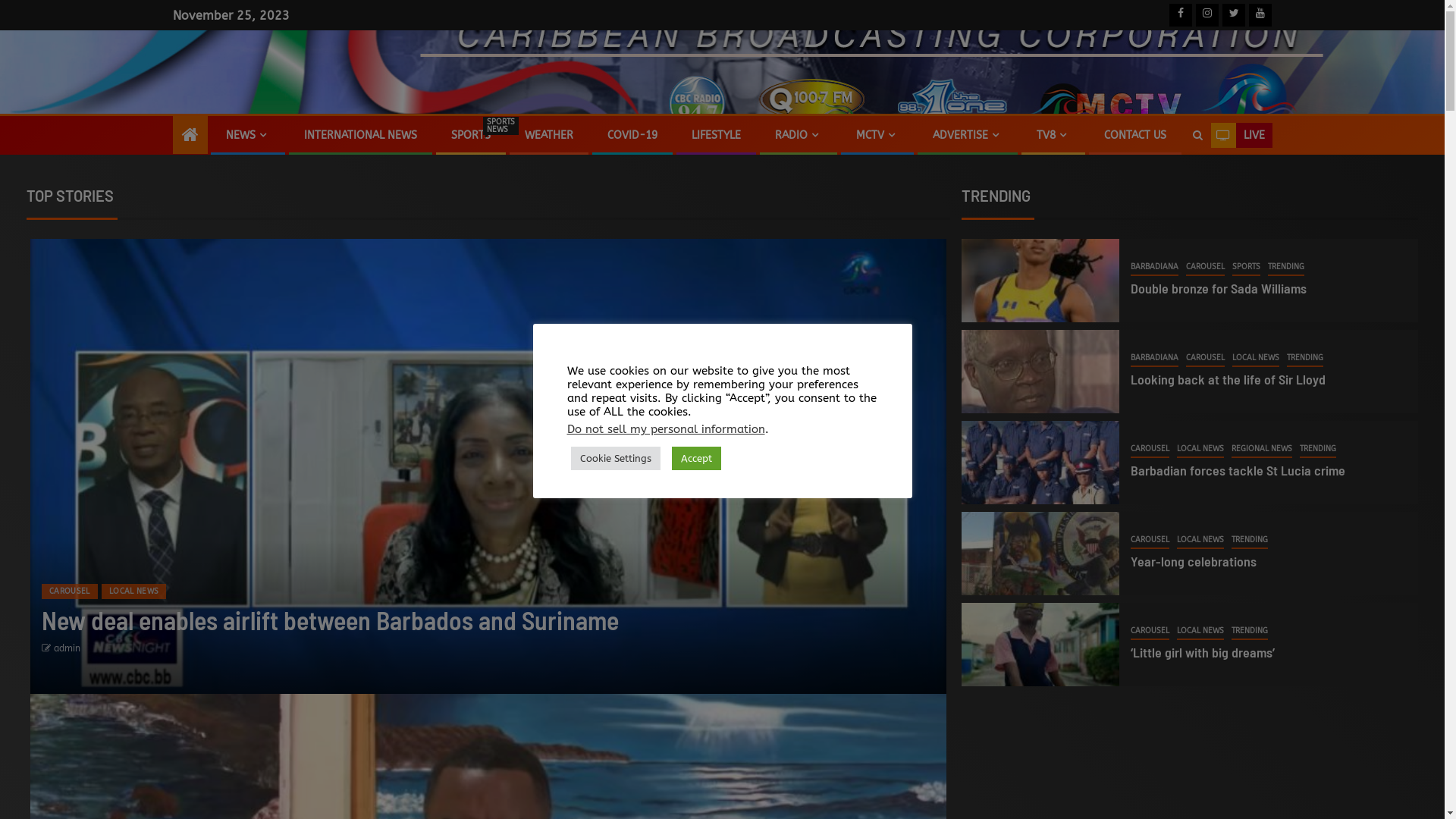  What do you see at coordinates (1232, 359) in the screenshot?
I see `'LOCAL NEWS'` at bounding box center [1232, 359].